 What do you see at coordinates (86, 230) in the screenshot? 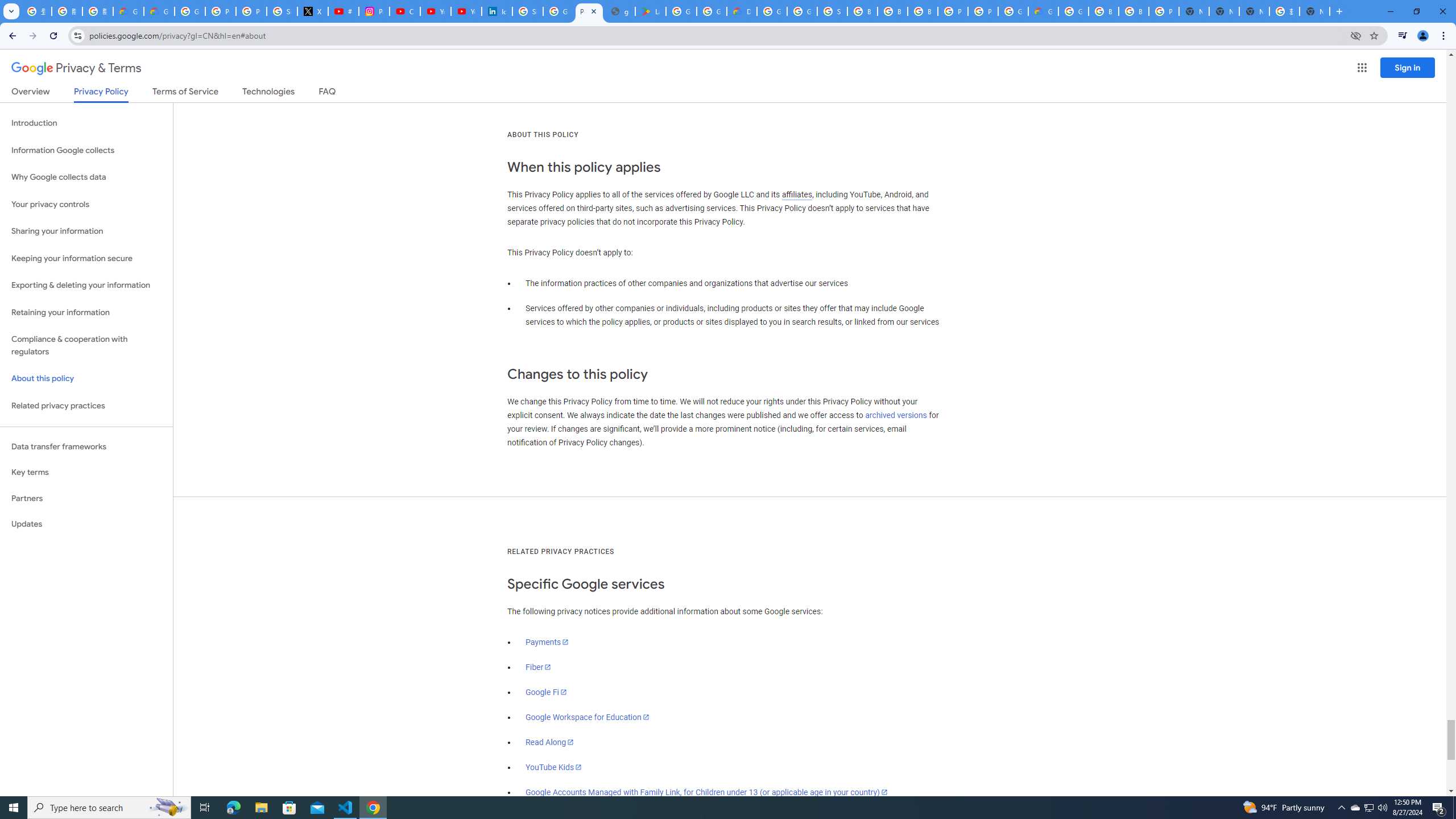
I see `'Sharing your information'` at bounding box center [86, 230].